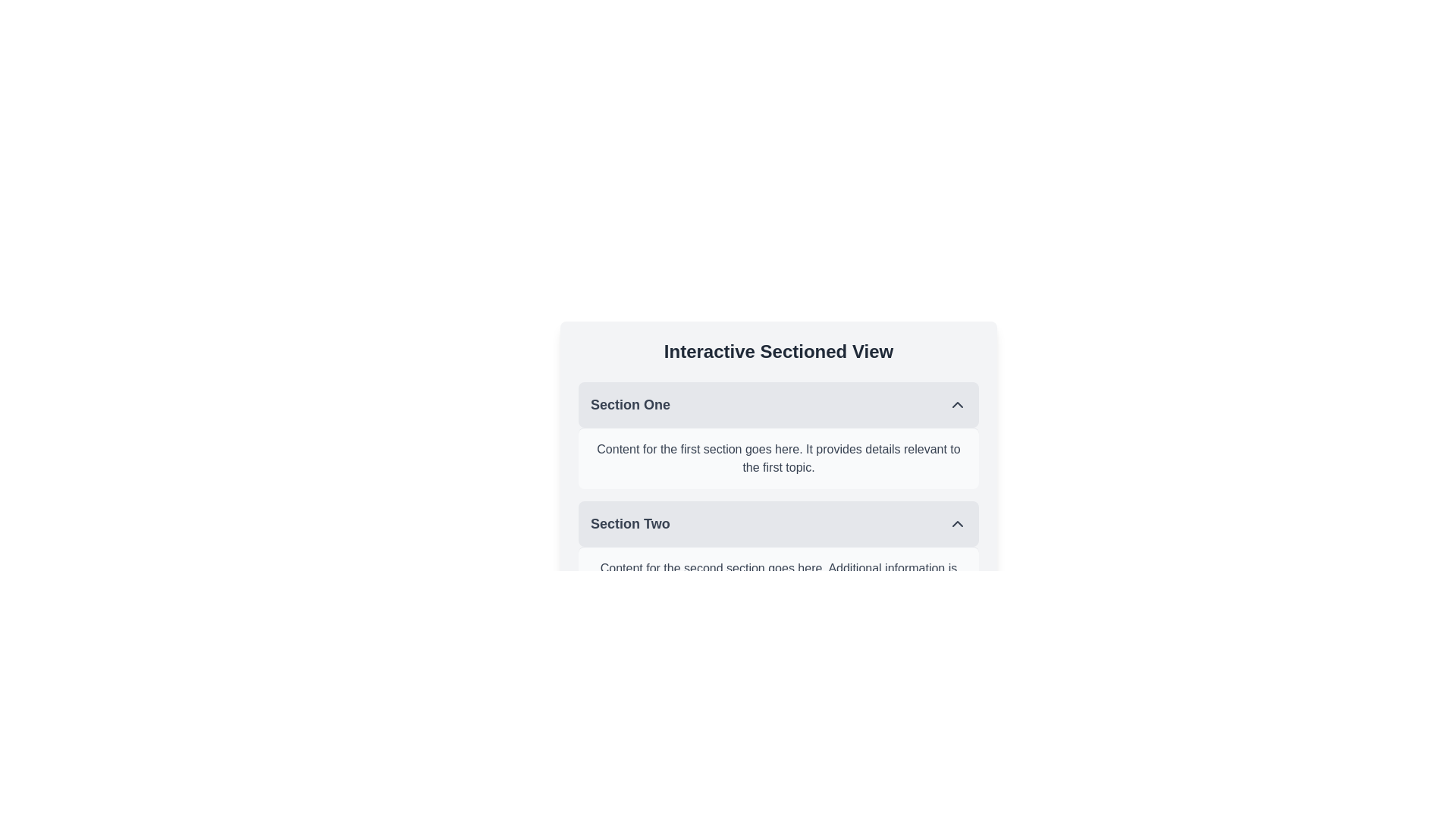 The height and width of the screenshot is (819, 1456). I want to click on the Text block that displays supplementary information related to the second section, located below the header 'Section Two' in the 'Interactive Sectioned View', so click(779, 577).